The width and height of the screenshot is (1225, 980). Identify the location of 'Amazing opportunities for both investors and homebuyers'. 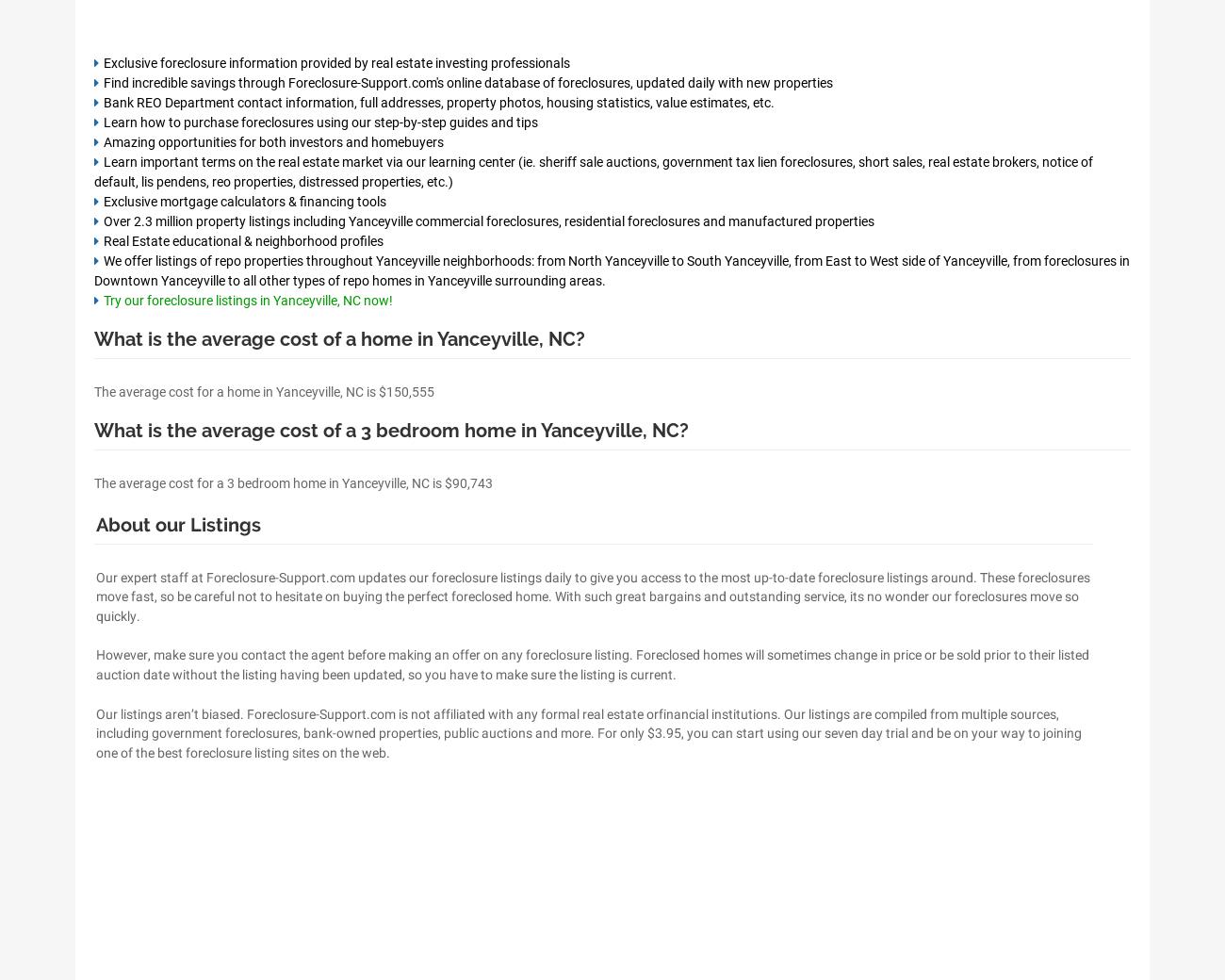
(273, 140).